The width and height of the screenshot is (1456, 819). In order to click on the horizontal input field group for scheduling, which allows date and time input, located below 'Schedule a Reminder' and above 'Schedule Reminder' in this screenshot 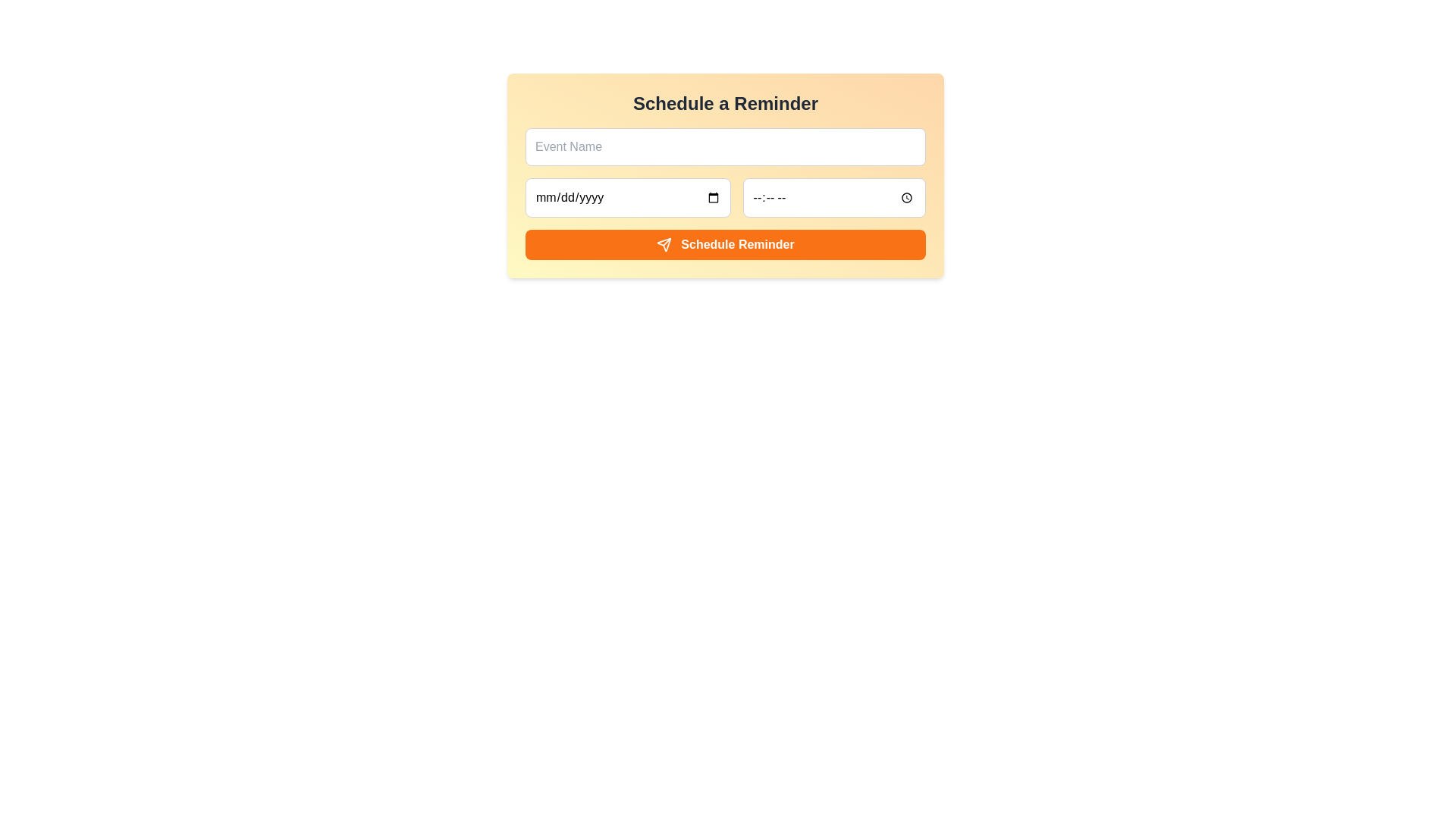, I will do `click(724, 197)`.